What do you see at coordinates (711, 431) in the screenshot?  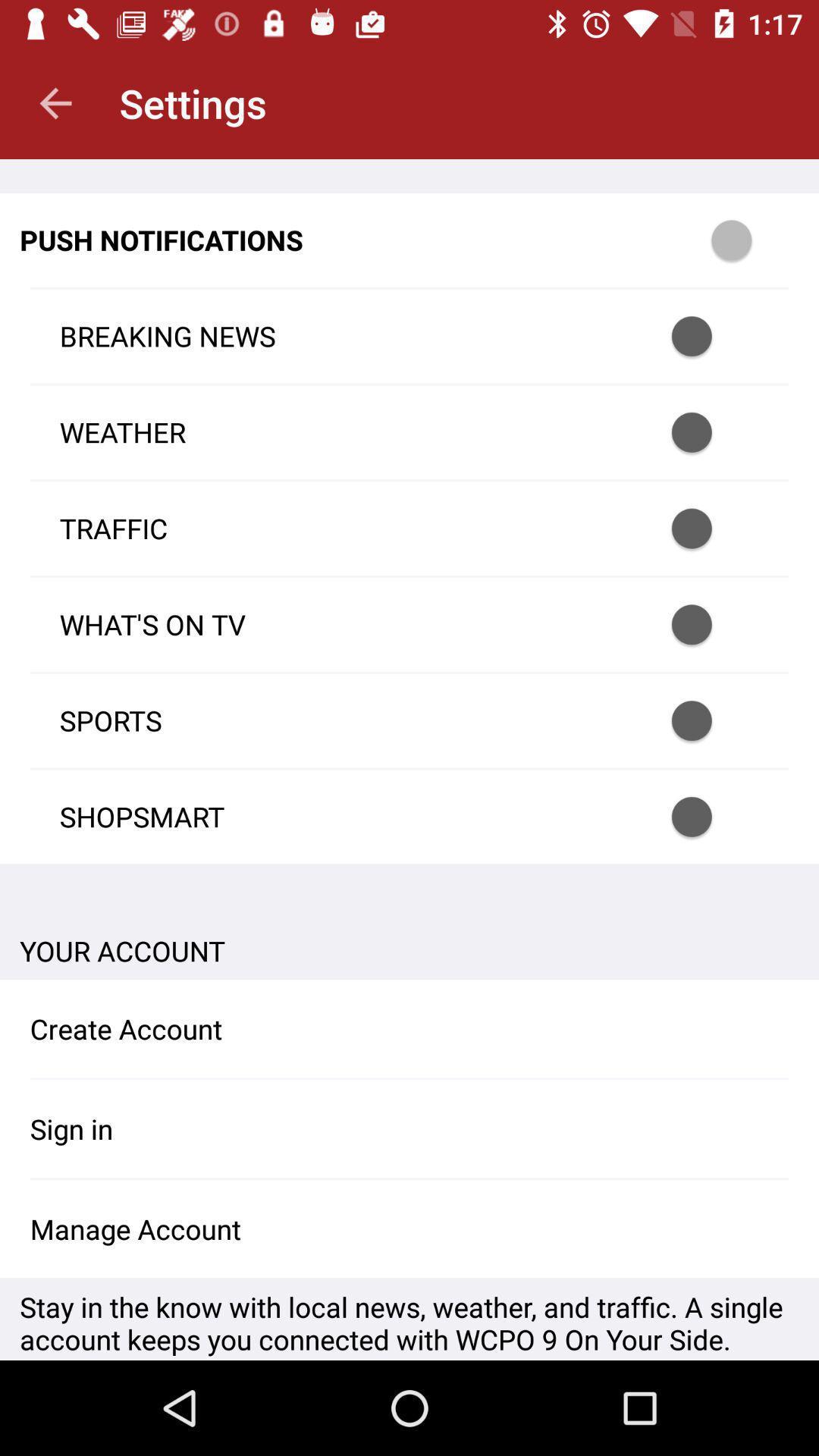 I see `toogle weather option` at bounding box center [711, 431].